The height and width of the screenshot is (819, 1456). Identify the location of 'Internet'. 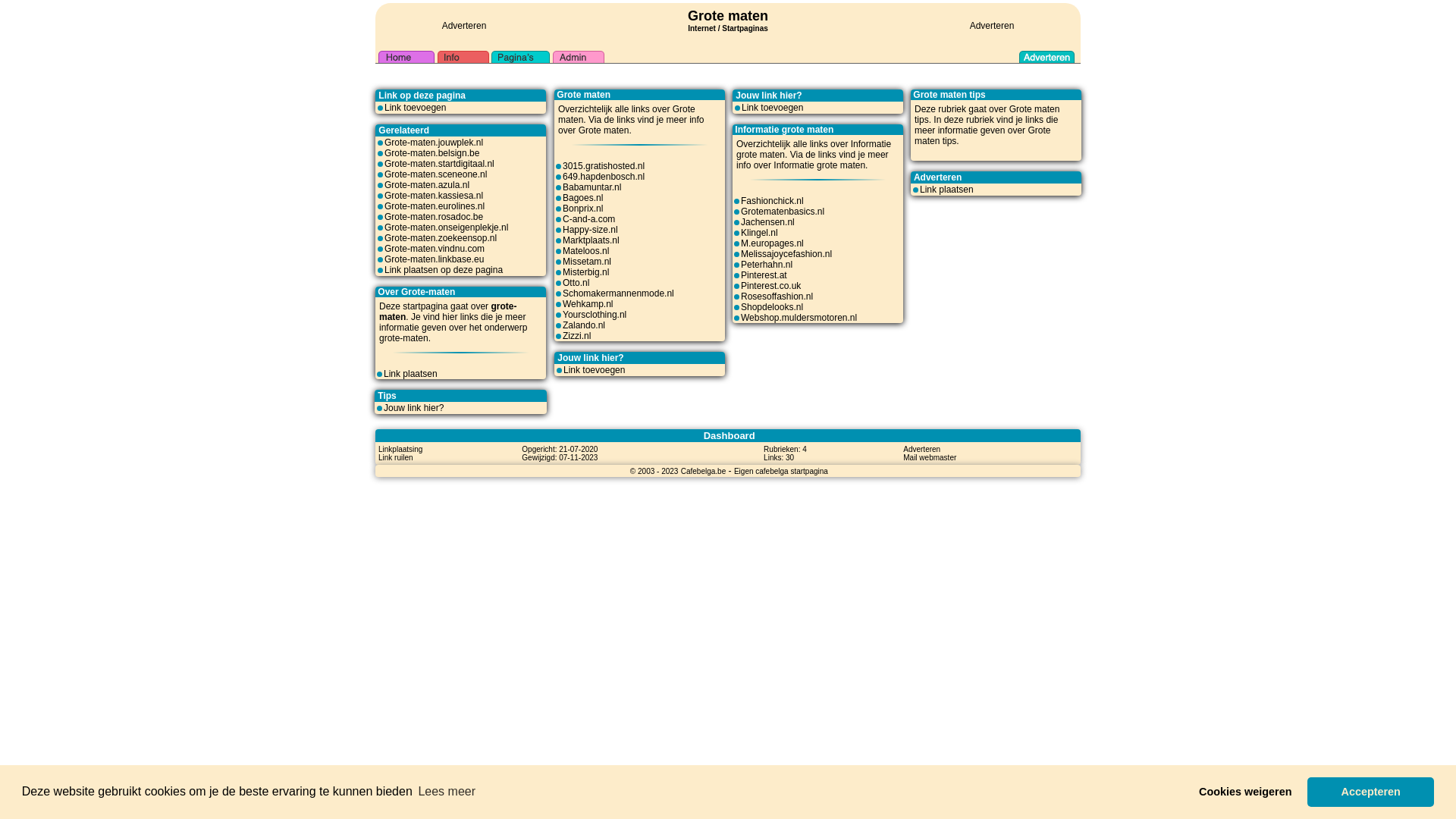
(701, 26).